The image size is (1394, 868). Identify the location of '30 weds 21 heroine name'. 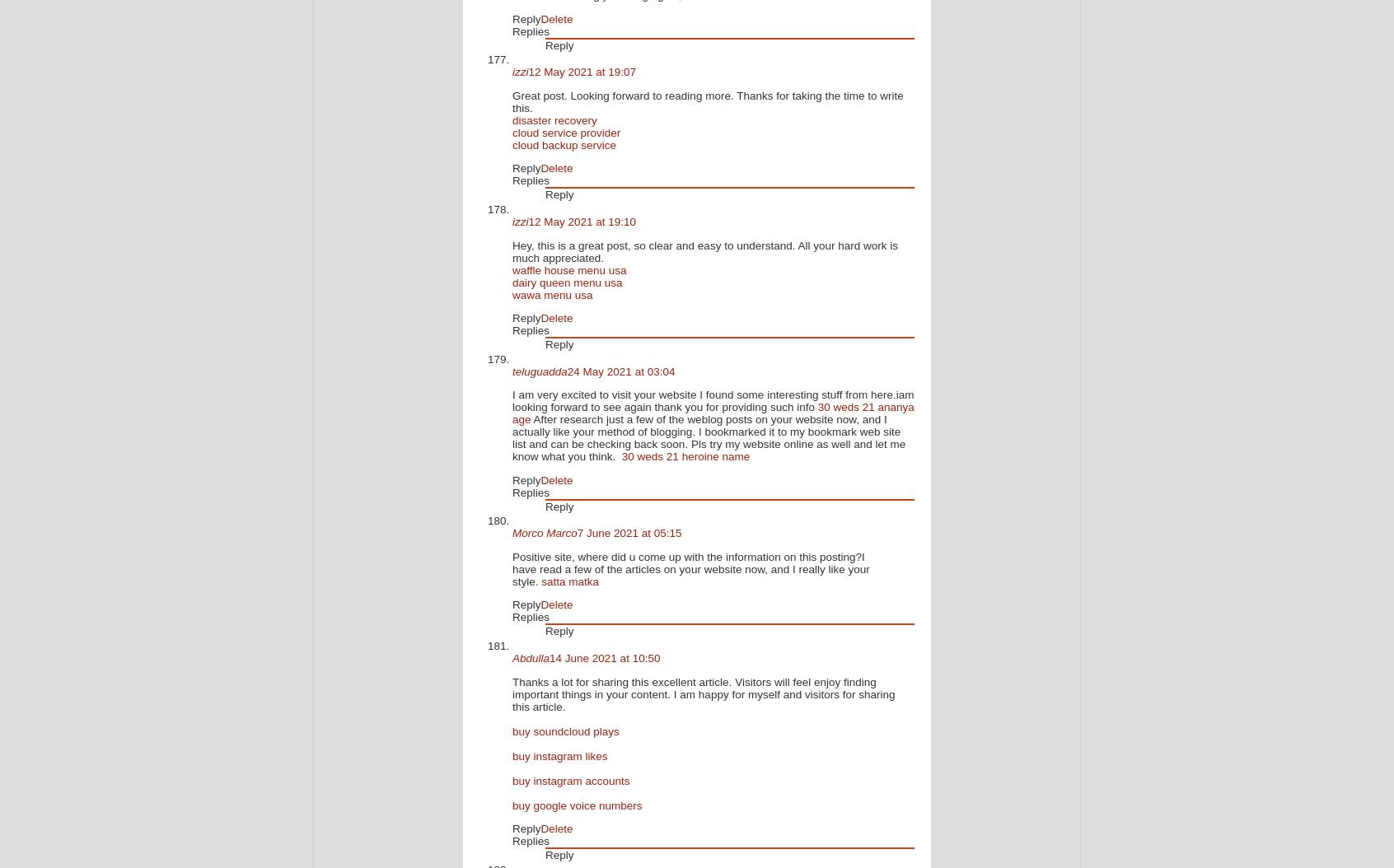
(685, 456).